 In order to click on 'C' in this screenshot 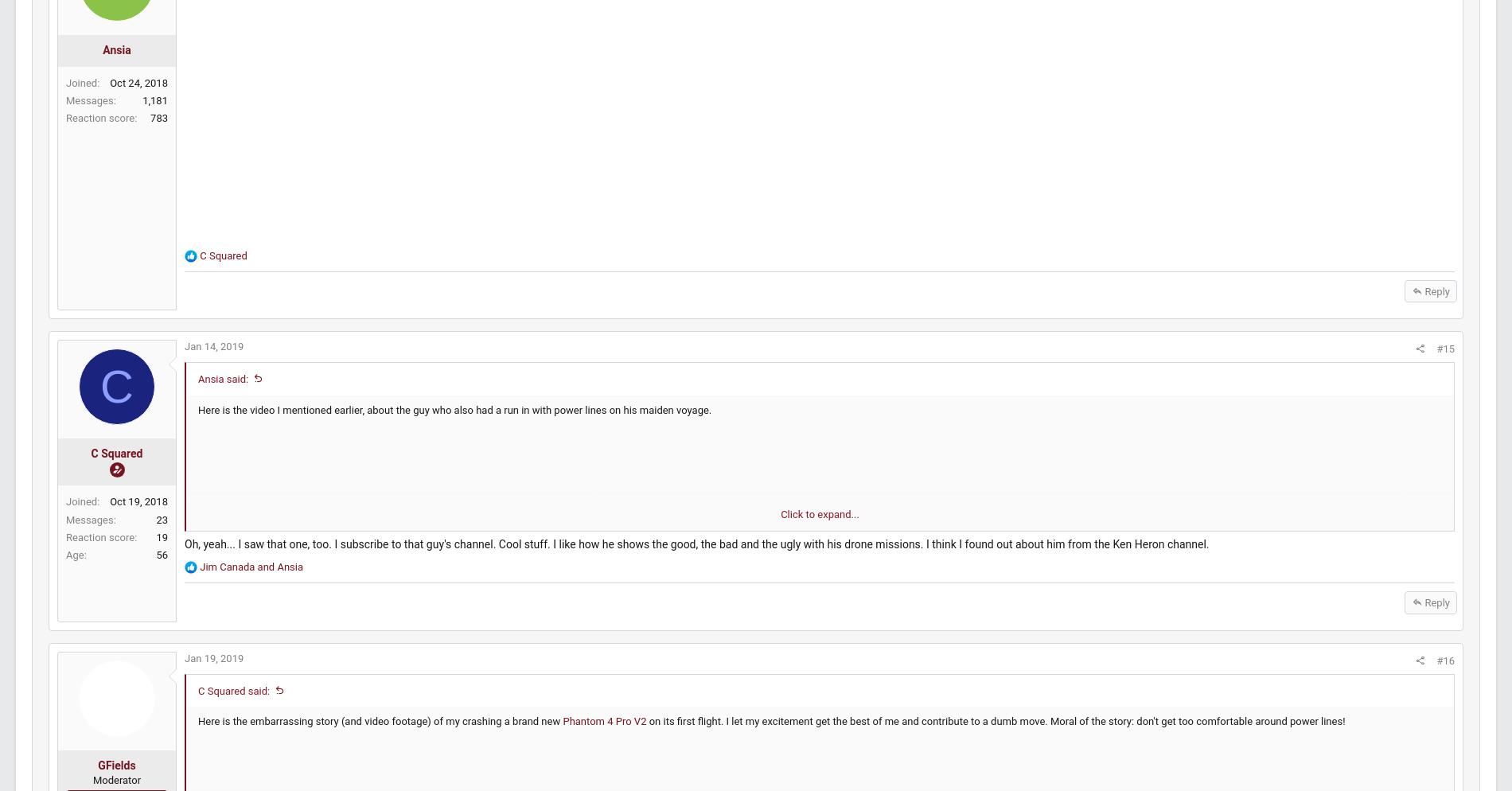, I will do `click(154, 401)`.